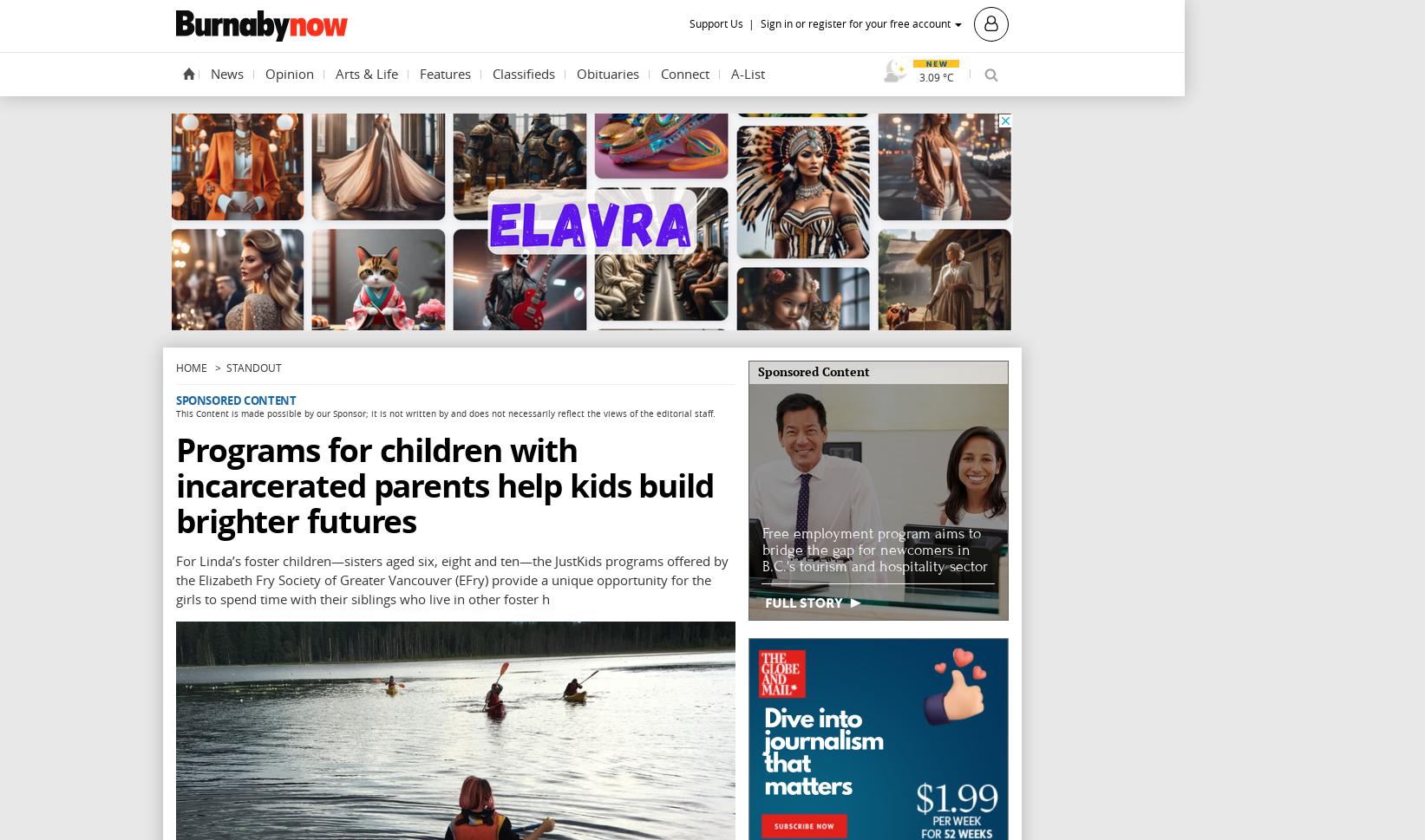  Describe the element at coordinates (252, 367) in the screenshot. I see `'StandOut'` at that location.